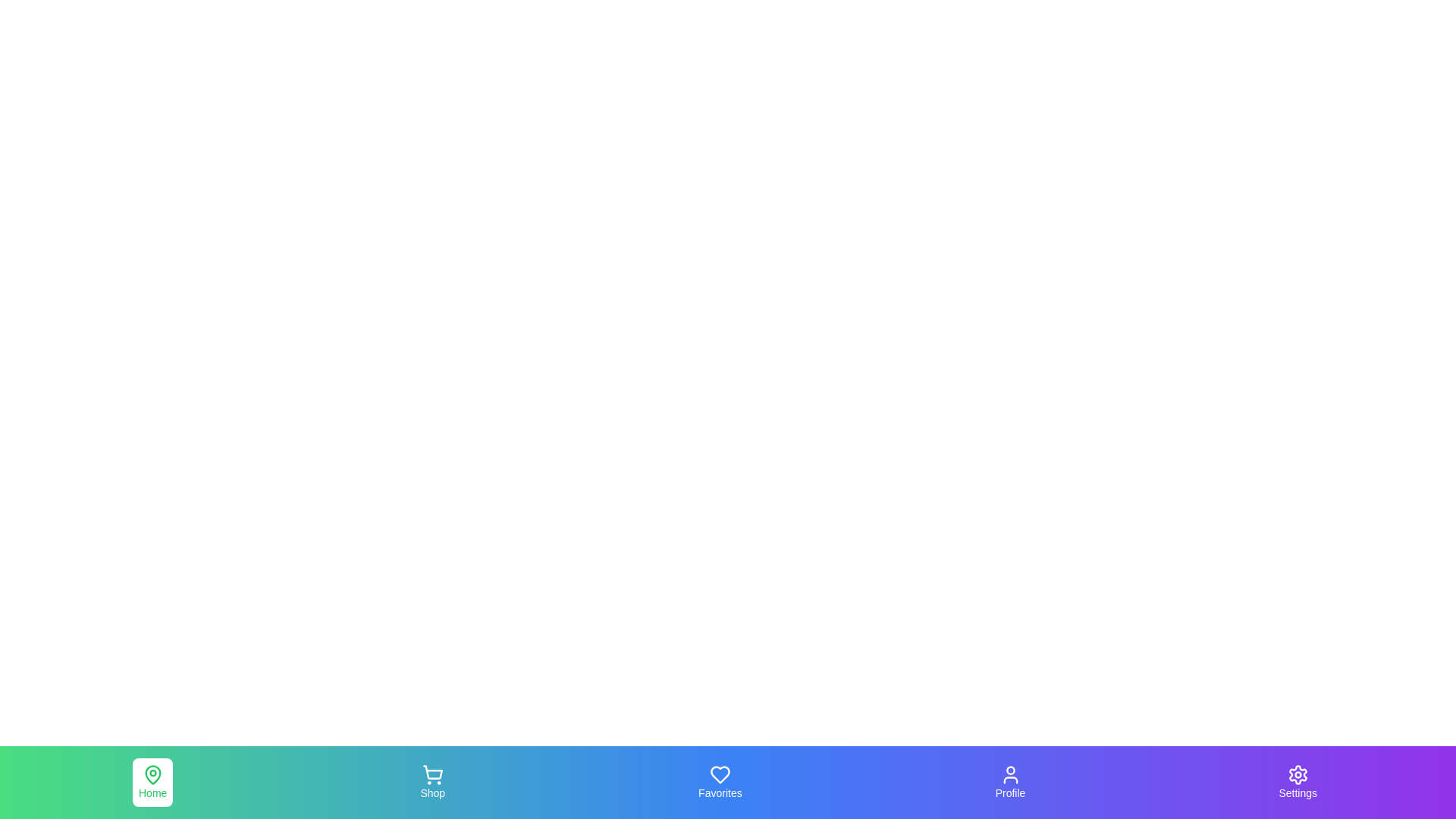 This screenshot has width=1456, height=819. Describe the element at coordinates (719, 783) in the screenshot. I see `the tab icon for Favorites for visual inspection` at that location.